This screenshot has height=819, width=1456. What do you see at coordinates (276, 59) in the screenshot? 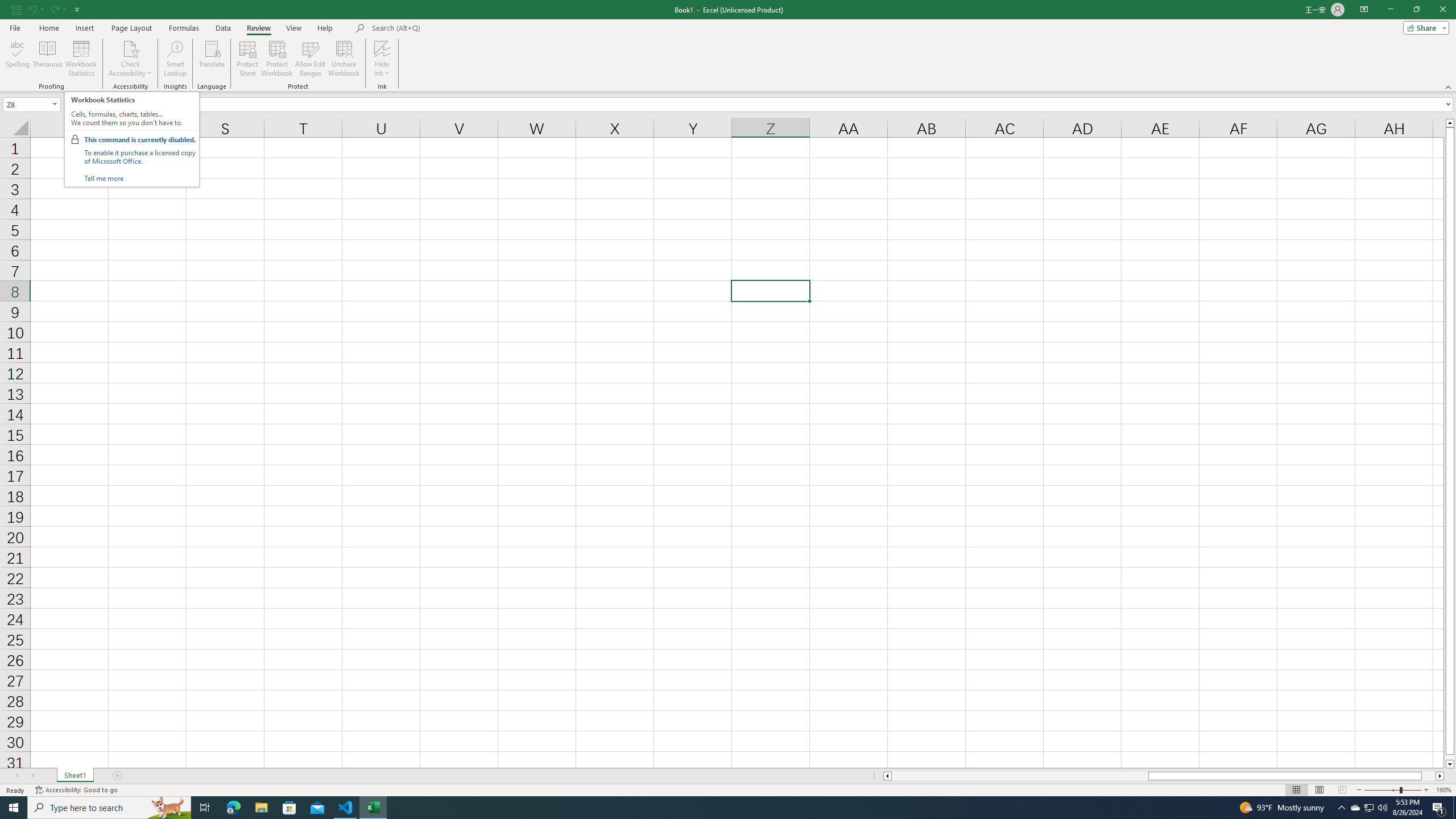
I see `'Protect Workbook...'` at bounding box center [276, 59].